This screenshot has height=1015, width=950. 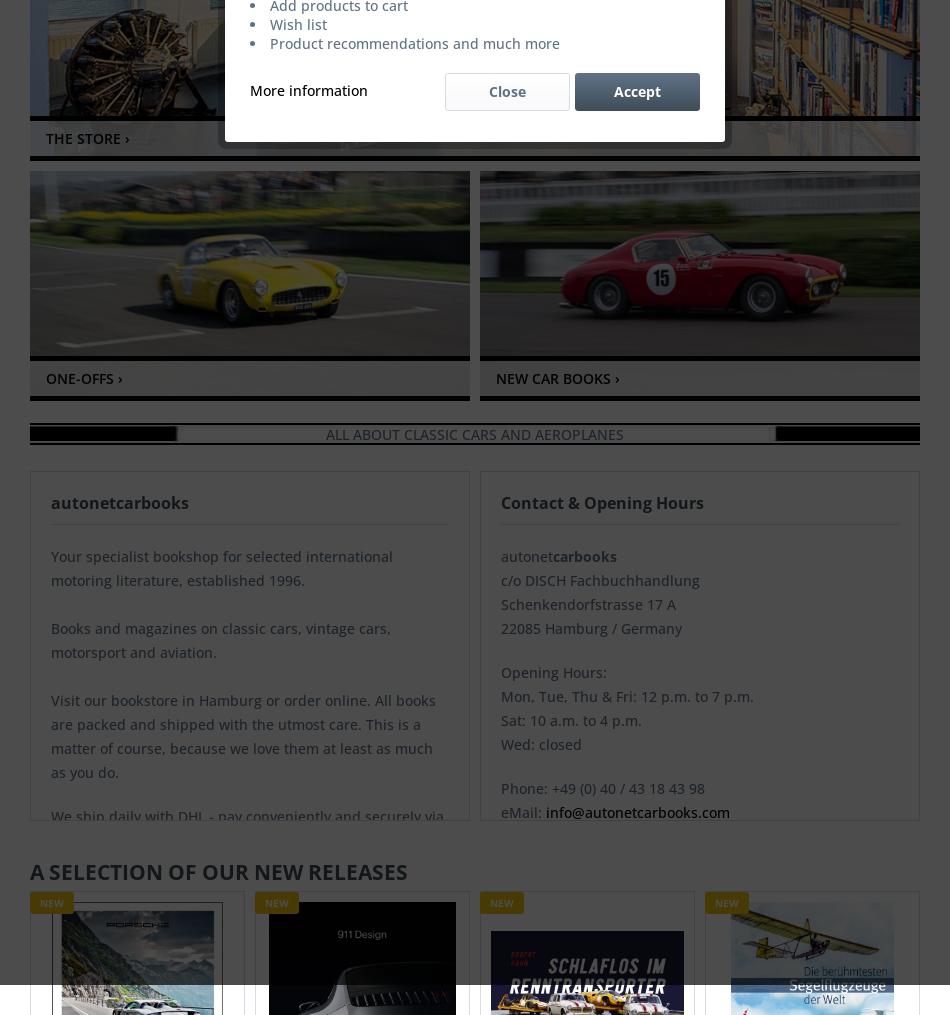 What do you see at coordinates (475, 433) in the screenshot?
I see `'All about classic cars and aeroplanes'` at bounding box center [475, 433].